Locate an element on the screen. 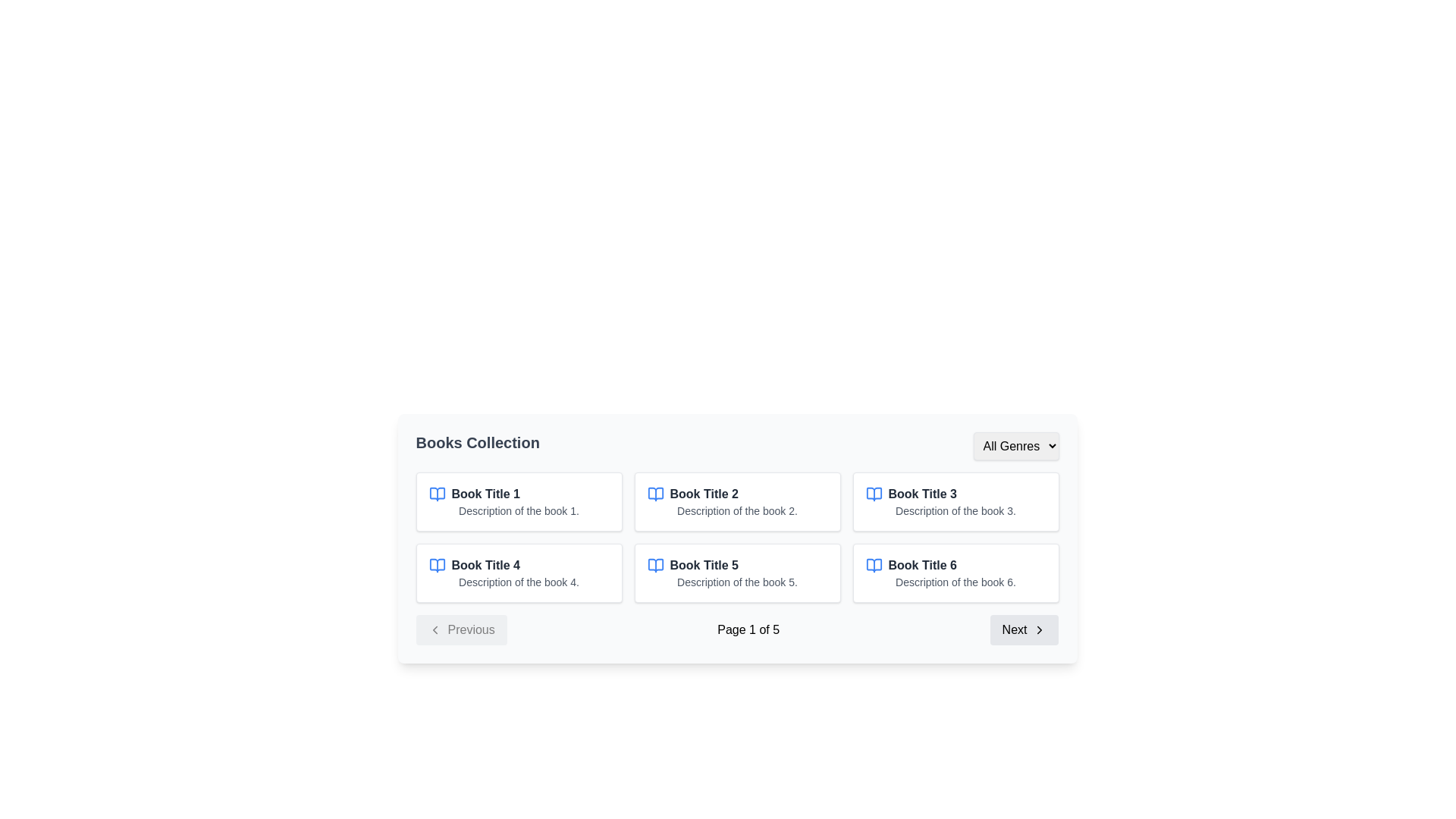  the static text label that displays the current page number, centrally positioned in the navigation footer between the 'Previous' and 'Next' buttons is located at coordinates (748, 629).